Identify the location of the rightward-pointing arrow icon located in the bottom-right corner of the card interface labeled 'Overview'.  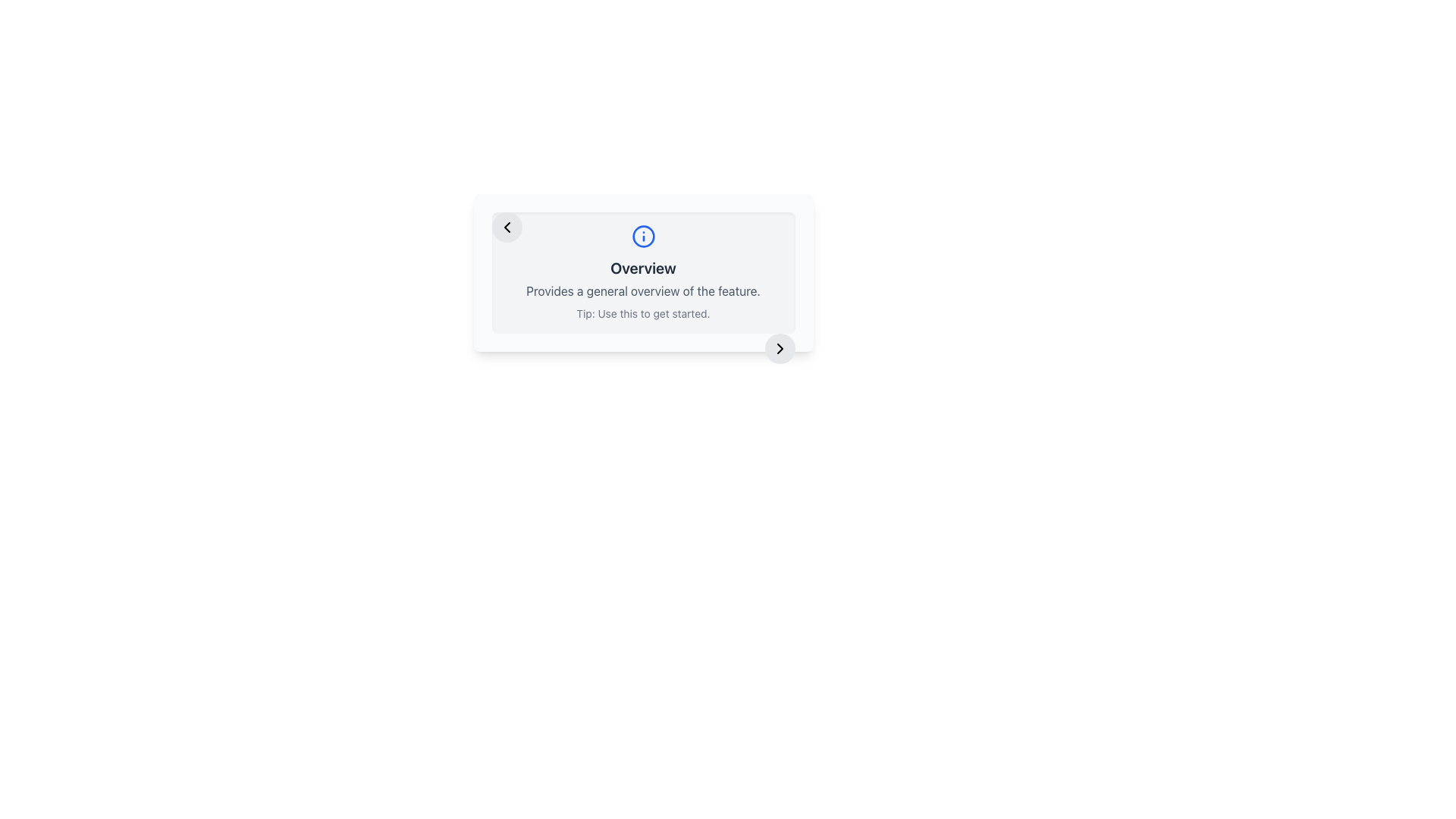
(780, 348).